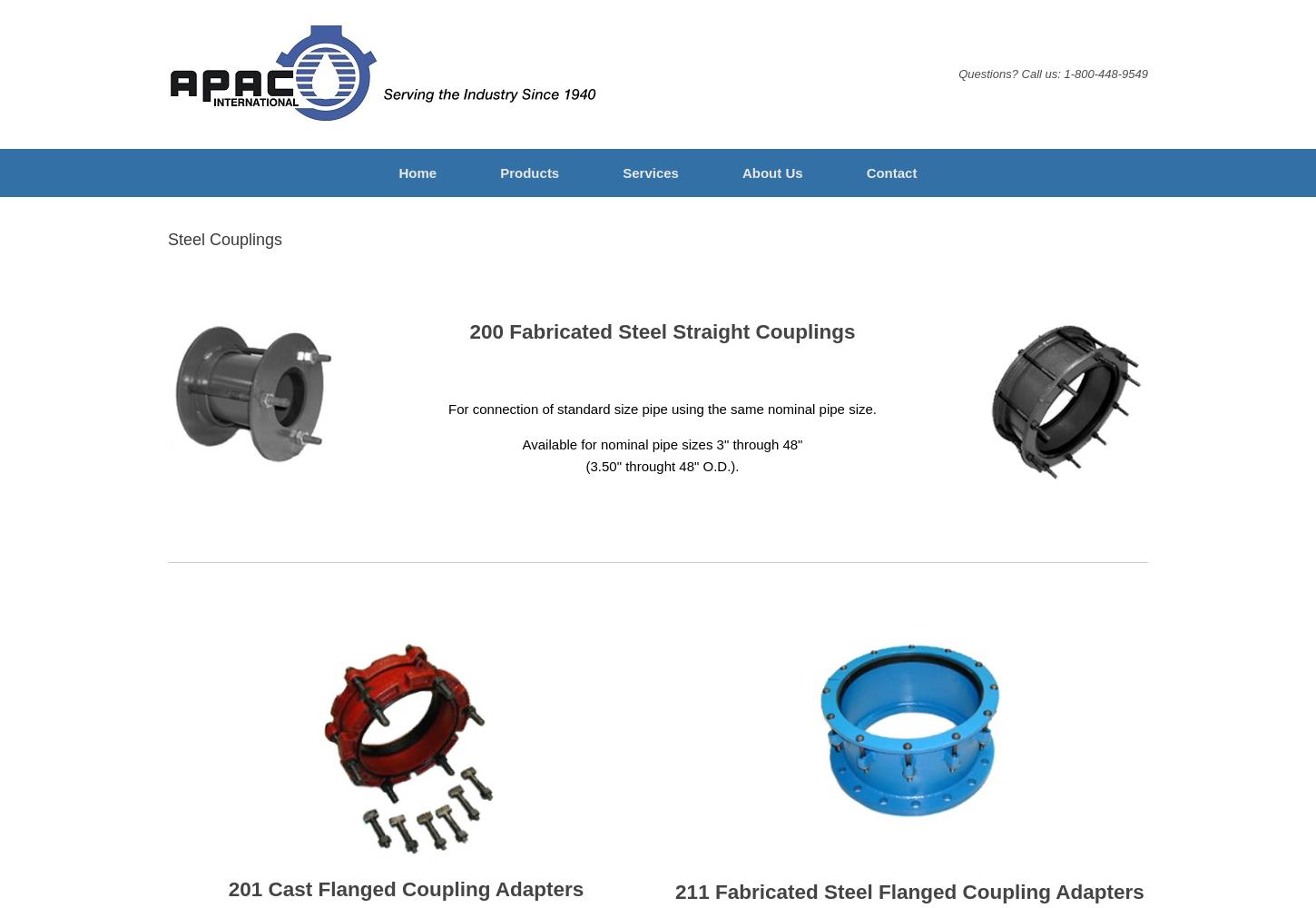  I want to click on 'For connection of standard size pipe using the same nominal pipe size.', so click(448, 408).